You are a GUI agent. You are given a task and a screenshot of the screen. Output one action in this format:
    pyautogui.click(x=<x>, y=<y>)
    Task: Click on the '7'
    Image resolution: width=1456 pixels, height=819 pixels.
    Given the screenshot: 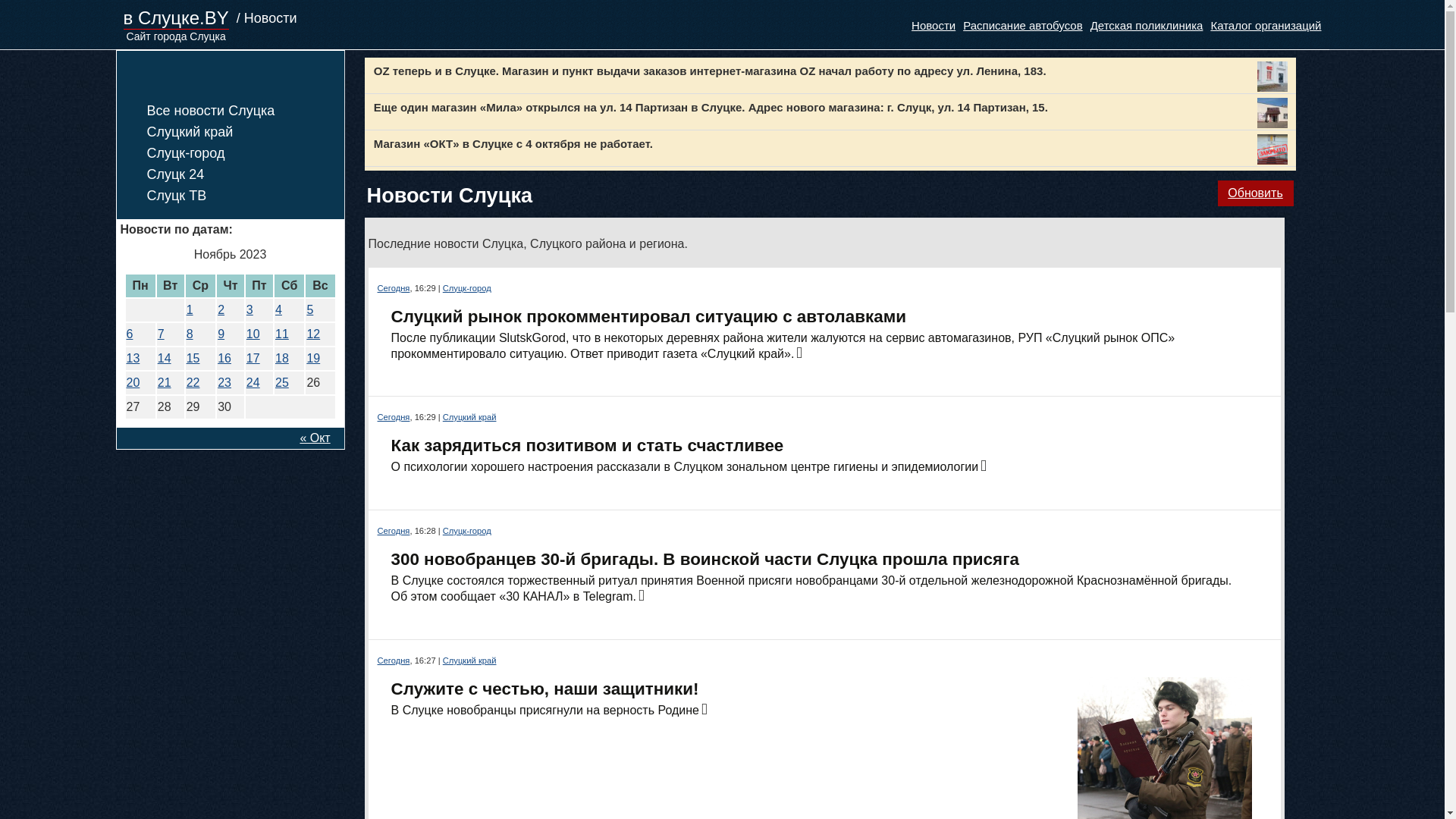 What is the action you would take?
    pyautogui.click(x=161, y=333)
    